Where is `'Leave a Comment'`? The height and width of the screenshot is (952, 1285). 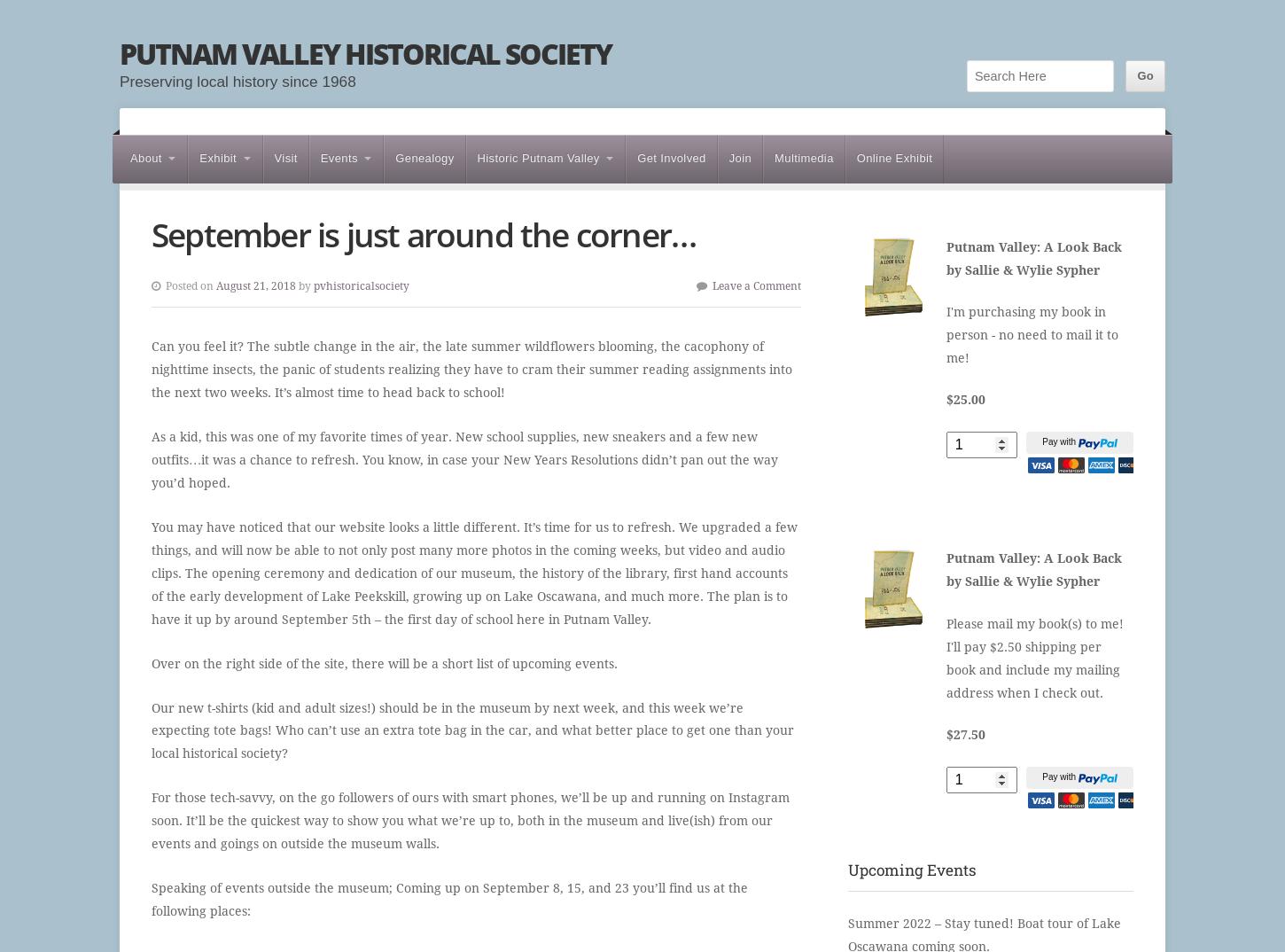 'Leave a Comment' is located at coordinates (756, 285).